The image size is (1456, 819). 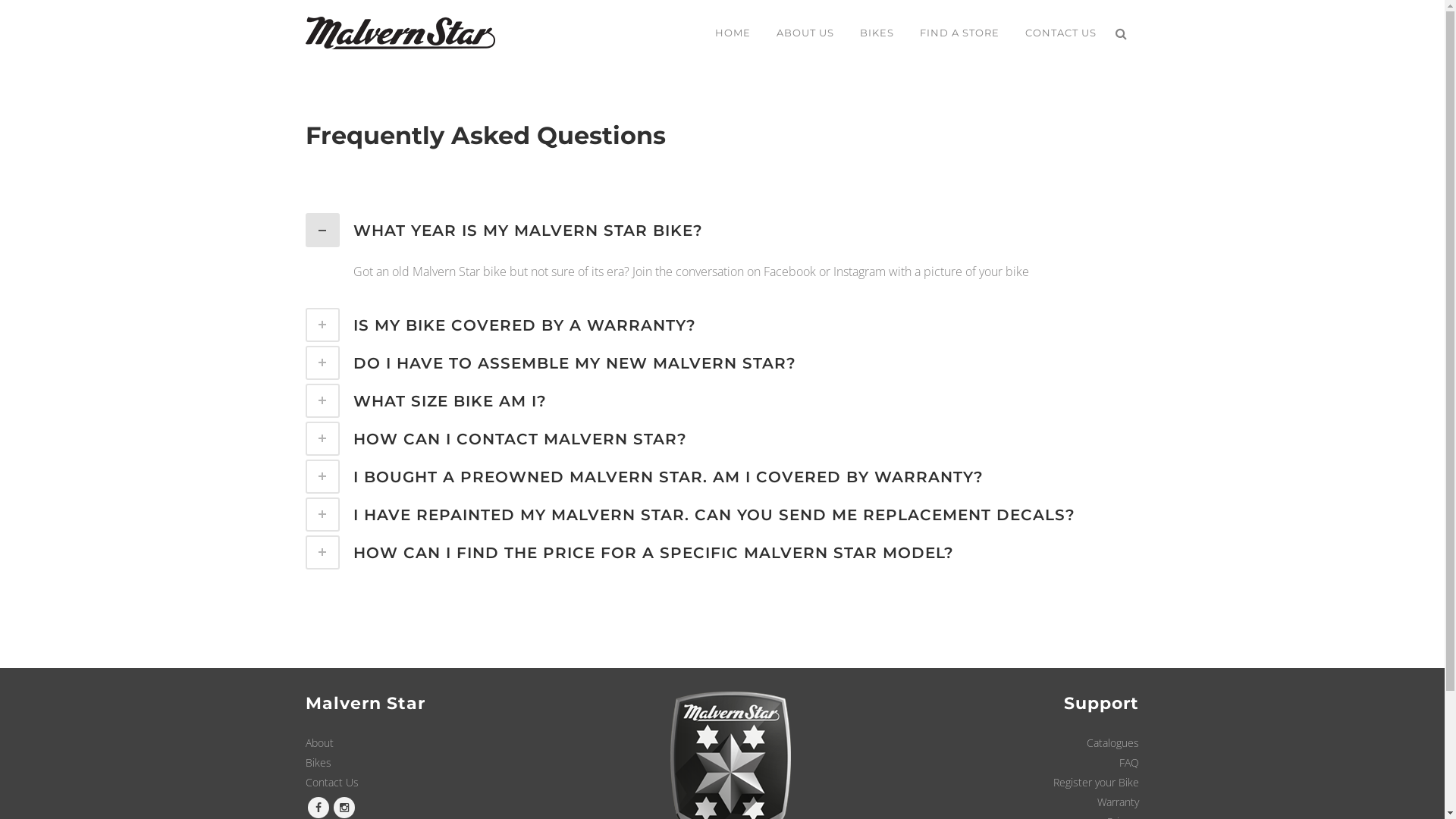 I want to click on 'FIND A STORE', so click(x=959, y=32).